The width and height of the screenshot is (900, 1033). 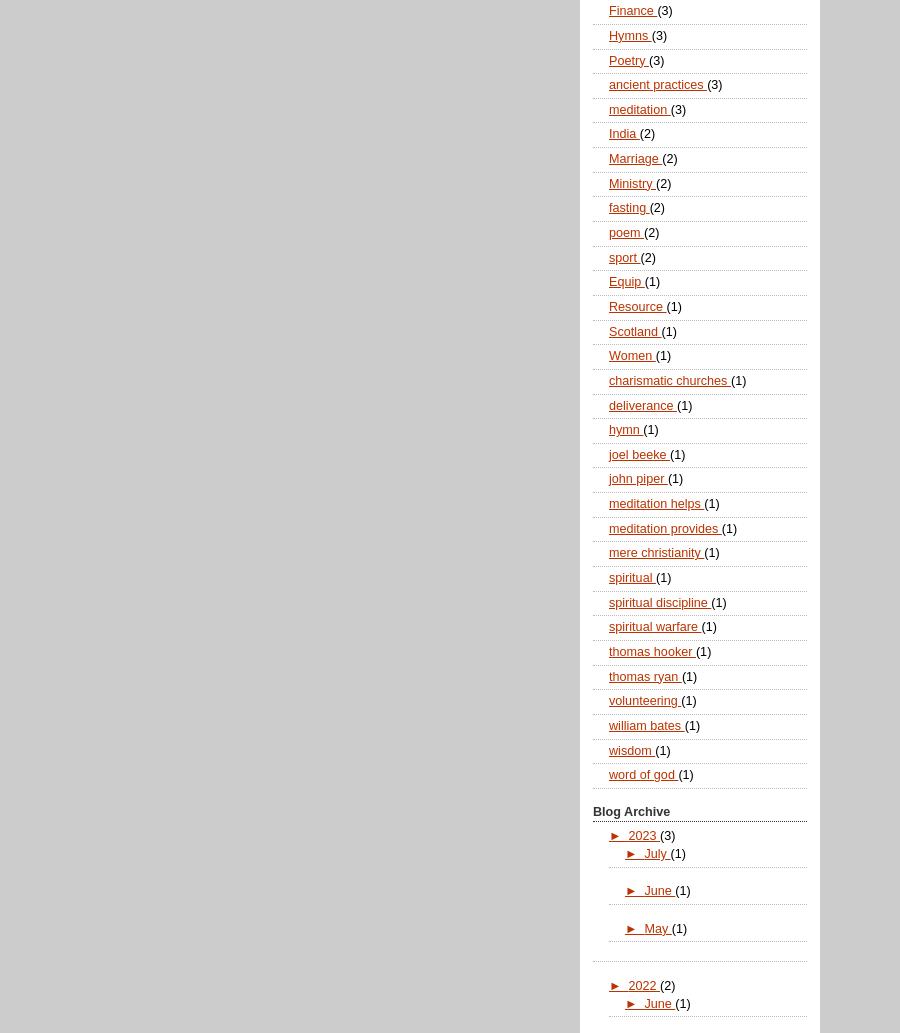 What do you see at coordinates (642, 405) in the screenshot?
I see `'deliverance'` at bounding box center [642, 405].